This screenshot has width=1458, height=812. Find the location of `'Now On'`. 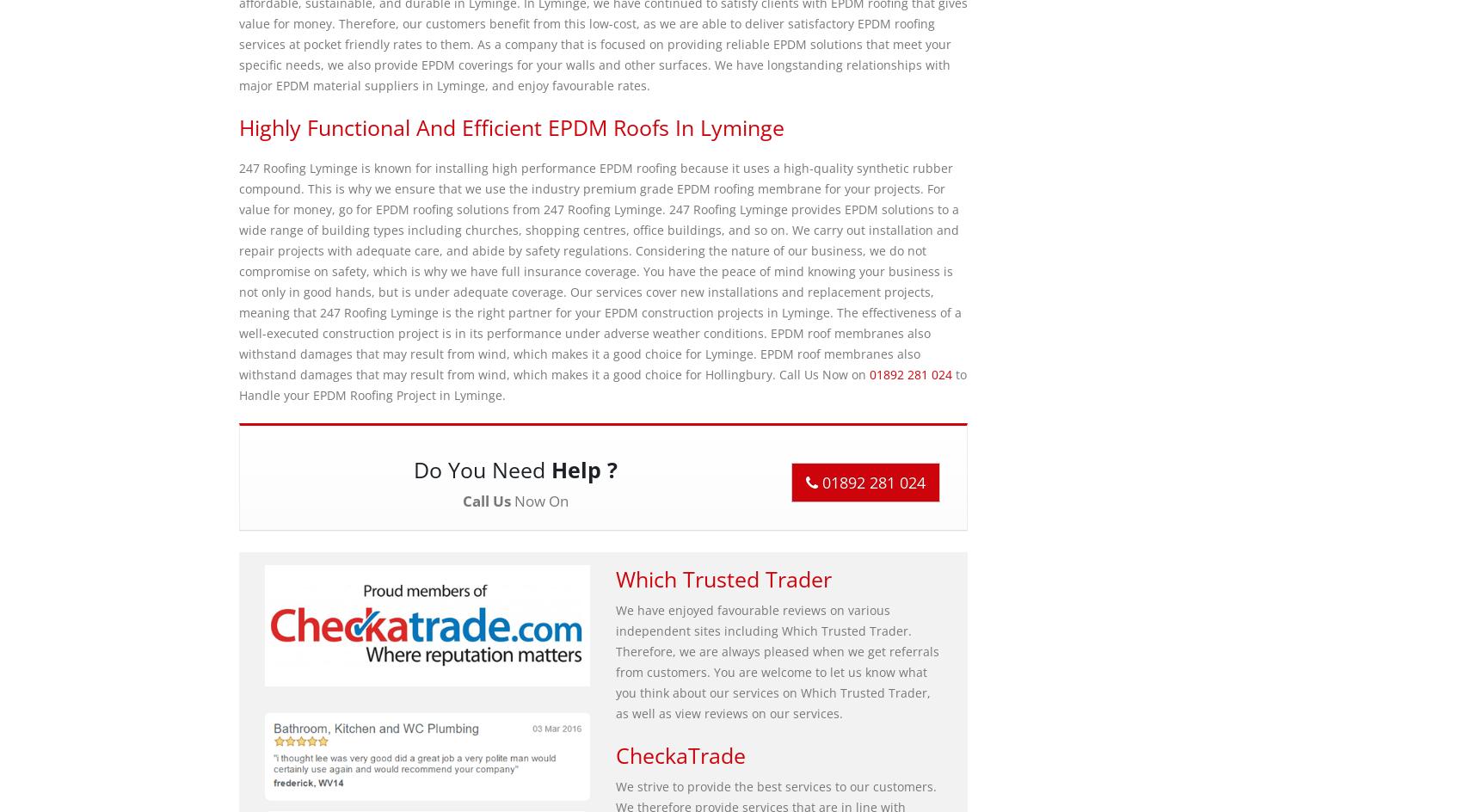

'Now On' is located at coordinates (538, 500).